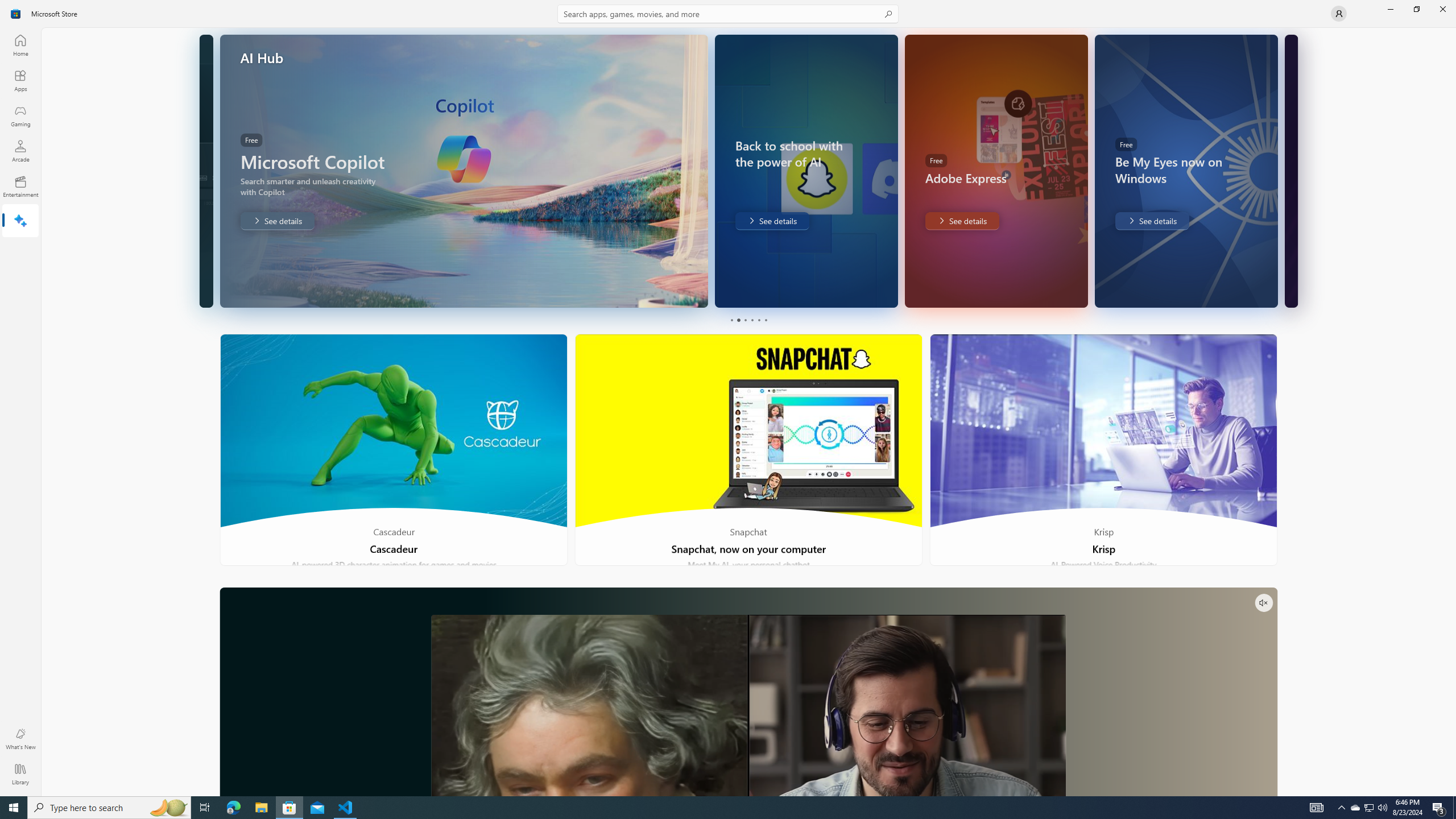 The image size is (1456, 819). What do you see at coordinates (758, 320) in the screenshot?
I see `'Page 5'` at bounding box center [758, 320].